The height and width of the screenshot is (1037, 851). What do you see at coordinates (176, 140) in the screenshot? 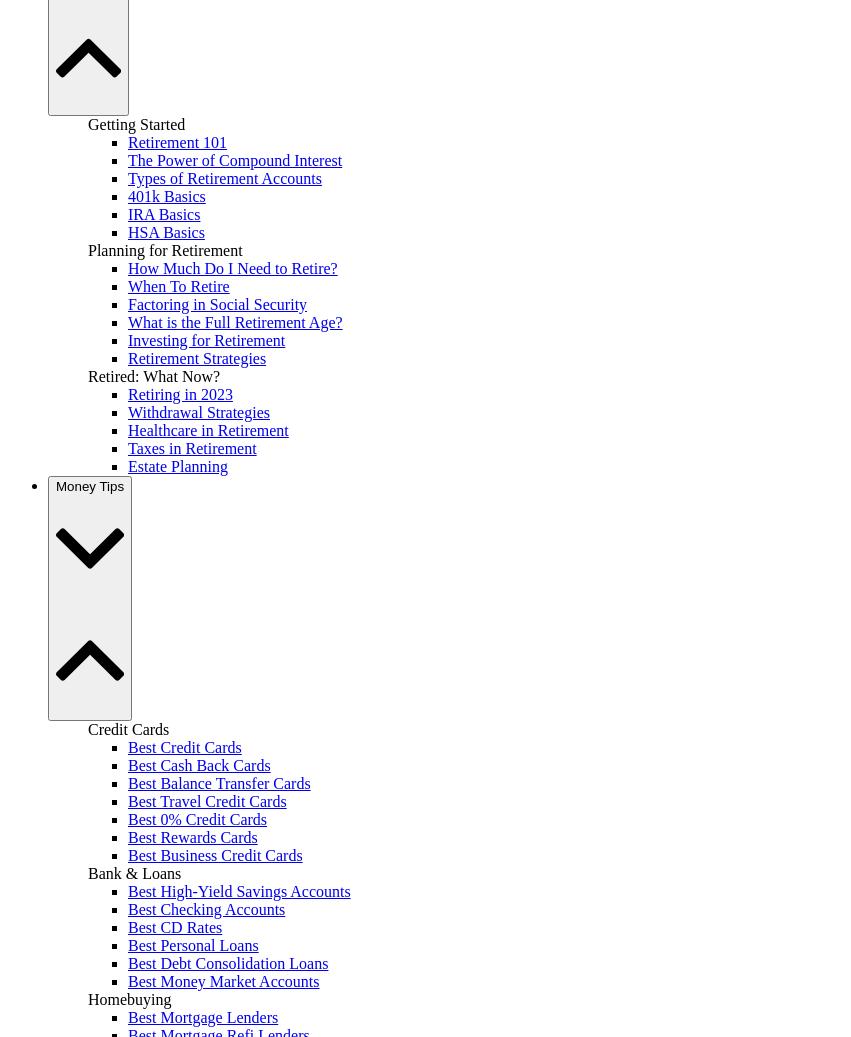
I see `'Retirement 101'` at bounding box center [176, 140].